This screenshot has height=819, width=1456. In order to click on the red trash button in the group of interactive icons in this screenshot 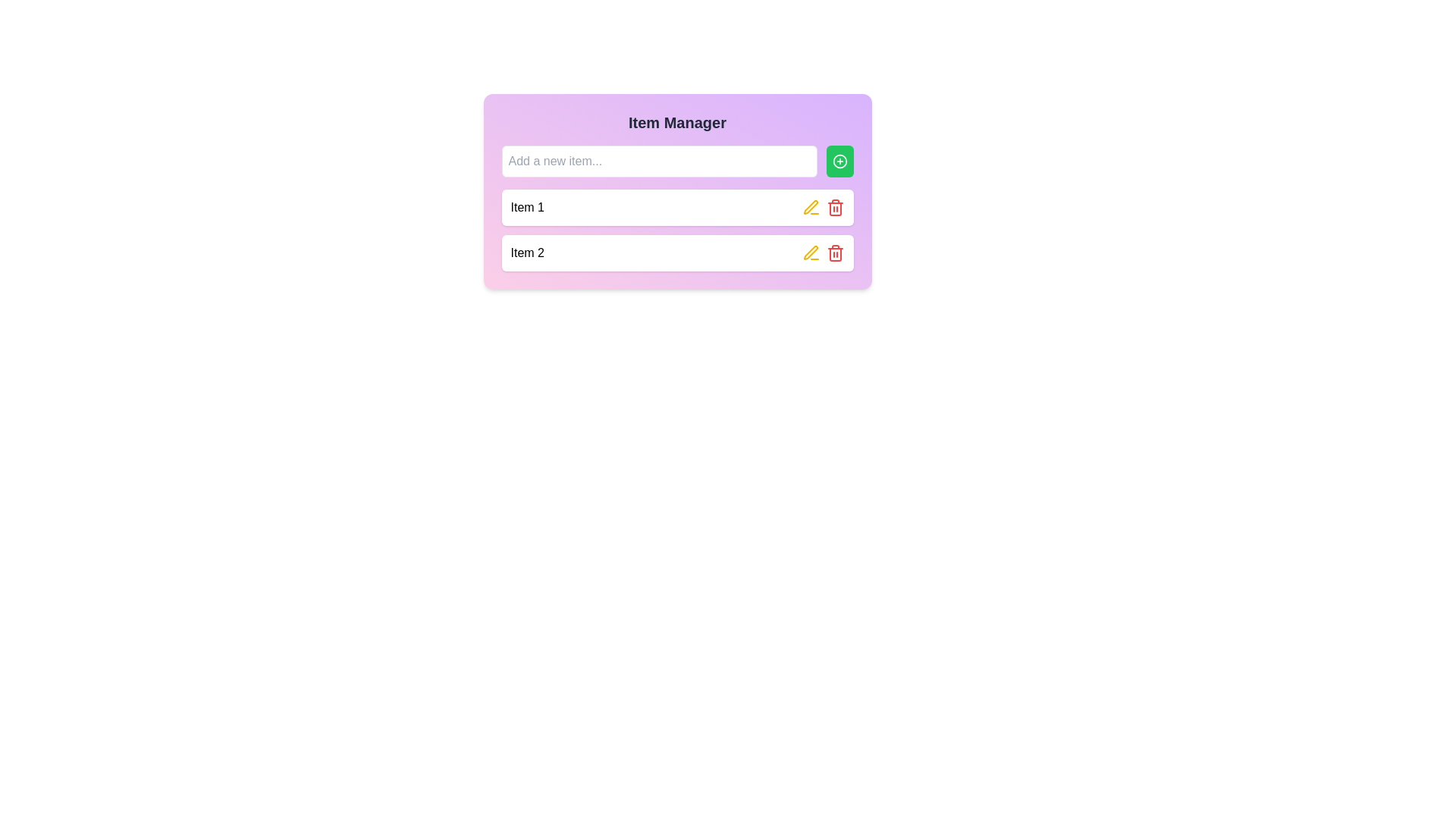, I will do `click(822, 253)`.